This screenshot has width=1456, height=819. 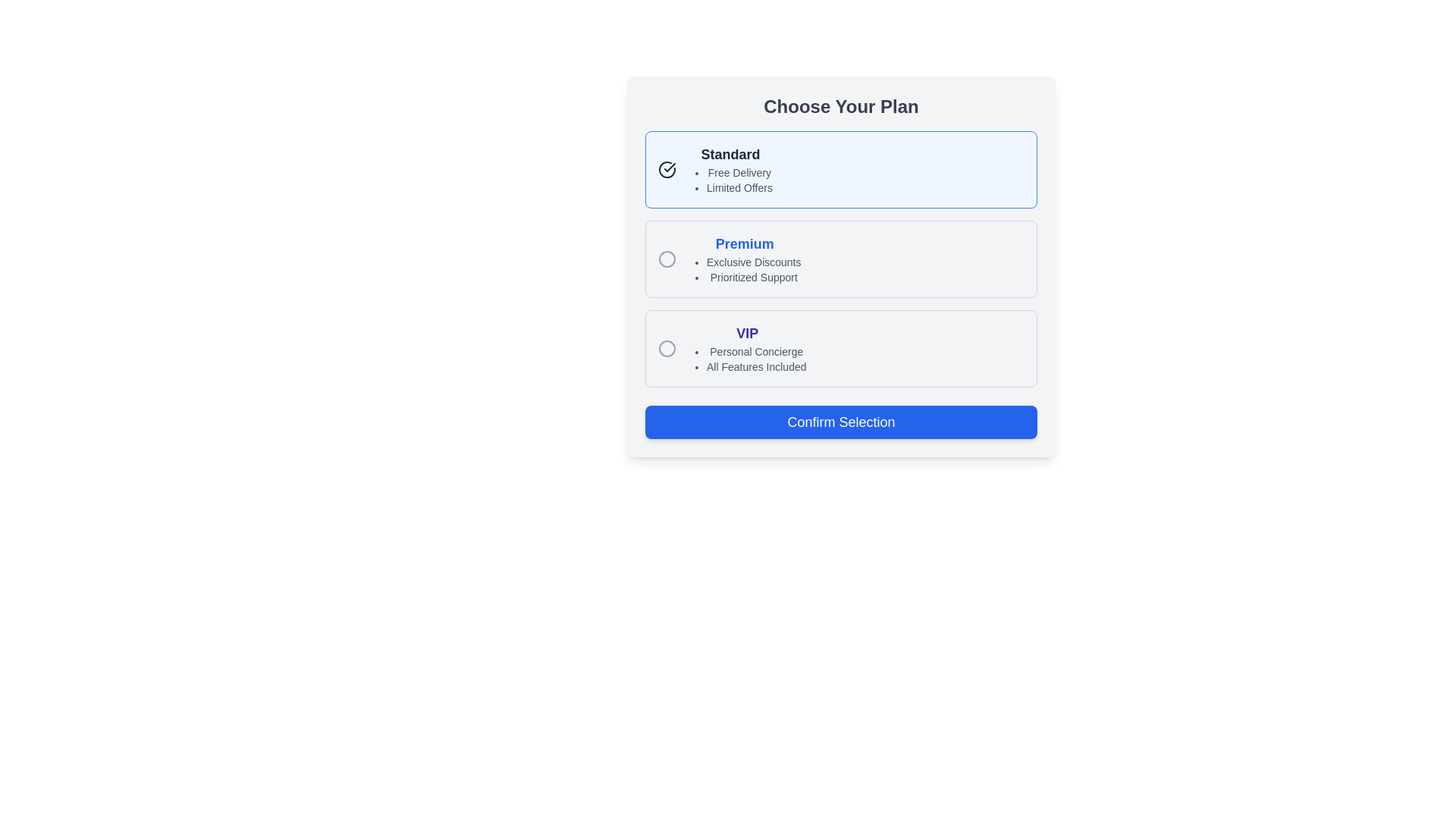 I want to click on the circular radio button with a gray border located at the top-left corner of the 'VIP' option card in the 'Choose Your Plan' section, so click(x=667, y=348).